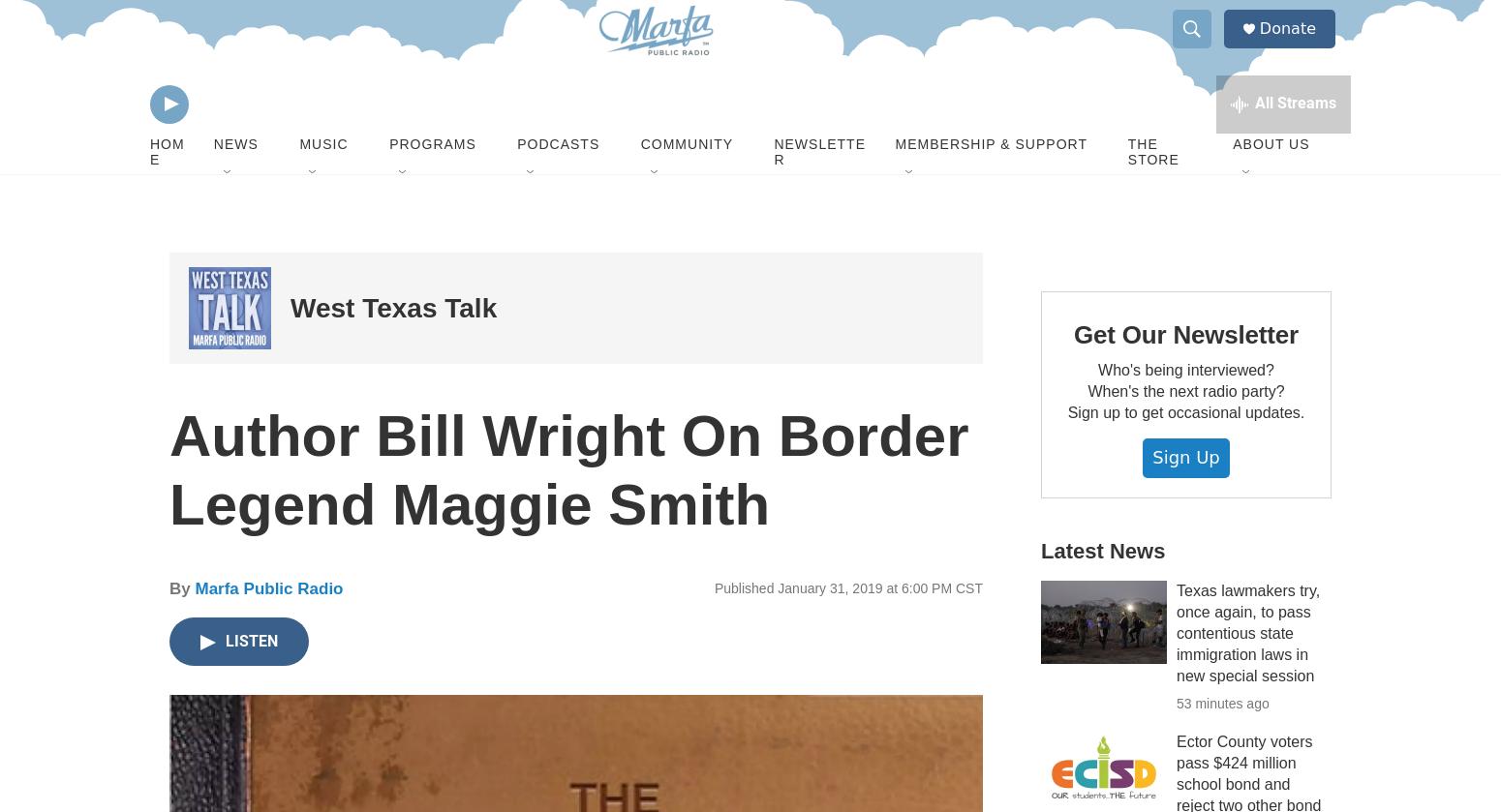 This screenshot has height=812, width=1501. What do you see at coordinates (309, 159) in the screenshot?
I see `'Marketplace'` at bounding box center [309, 159].